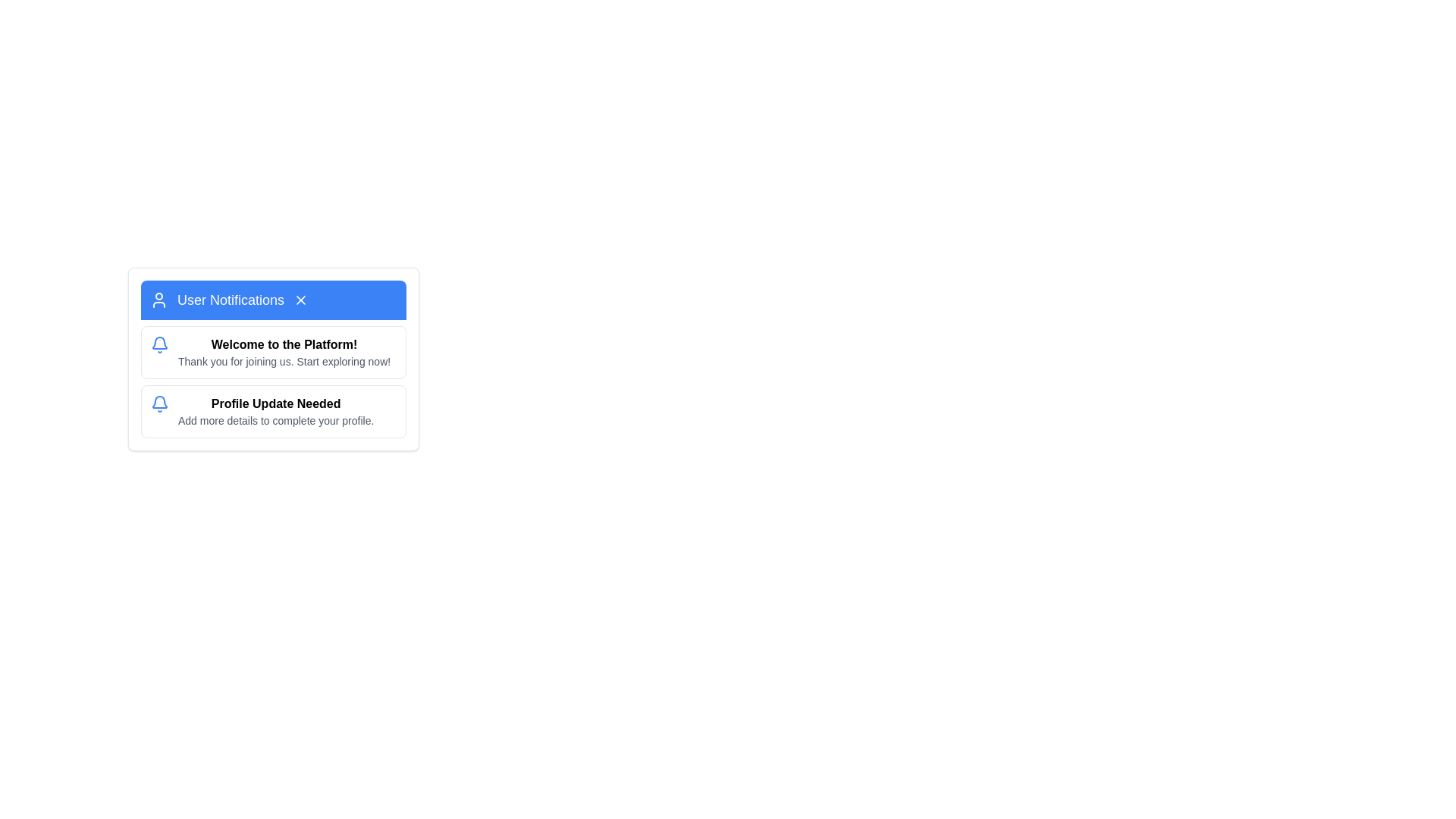 This screenshot has width=1456, height=819. I want to click on text content of the notification message that states 'Profile Update Needed' and 'Add more details to complete your profile.' positioned in the middle of the notification card, so click(276, 412).